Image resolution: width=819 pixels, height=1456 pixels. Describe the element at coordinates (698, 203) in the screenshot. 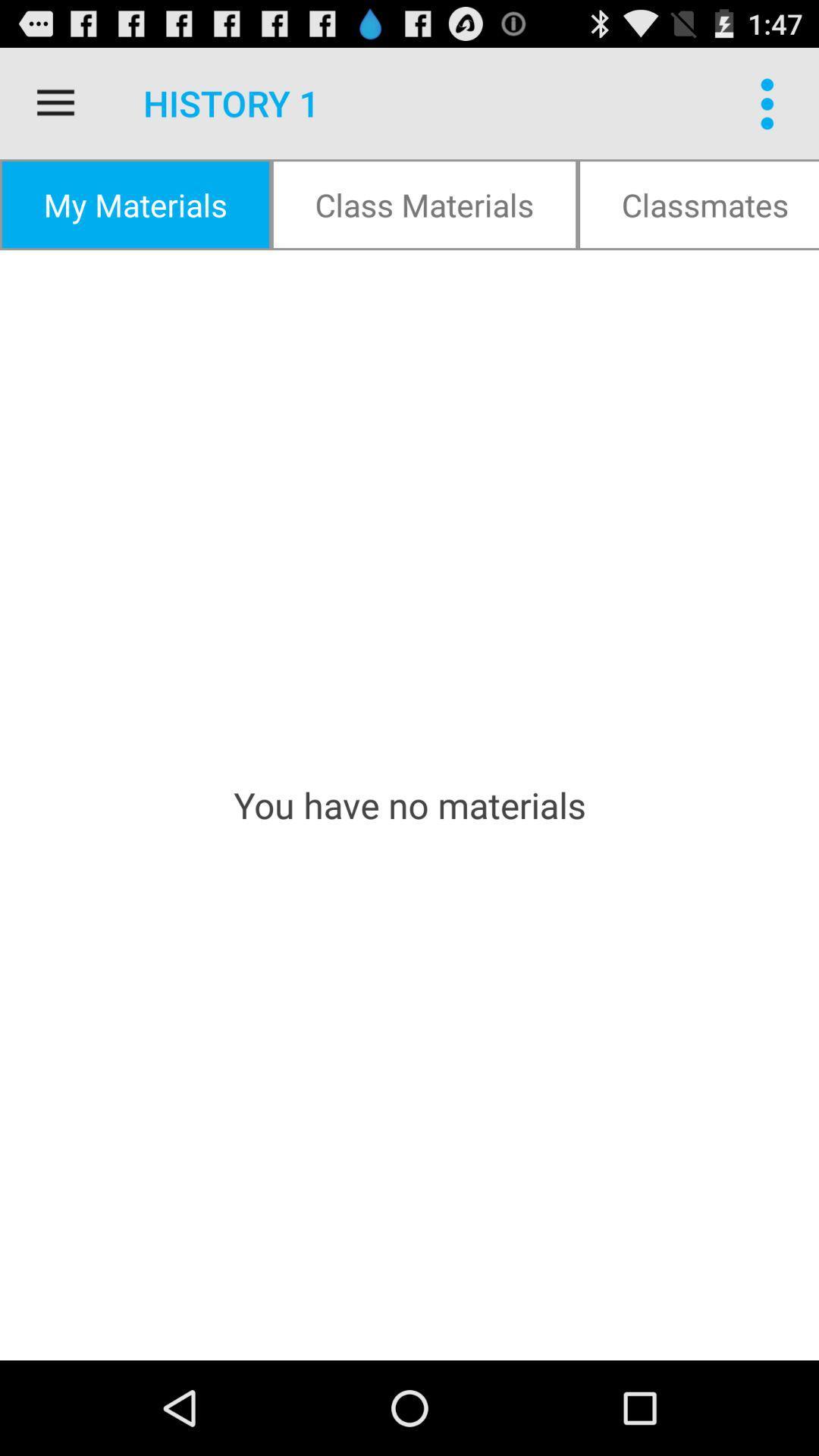

I see `item to the right of class materials` at that location.